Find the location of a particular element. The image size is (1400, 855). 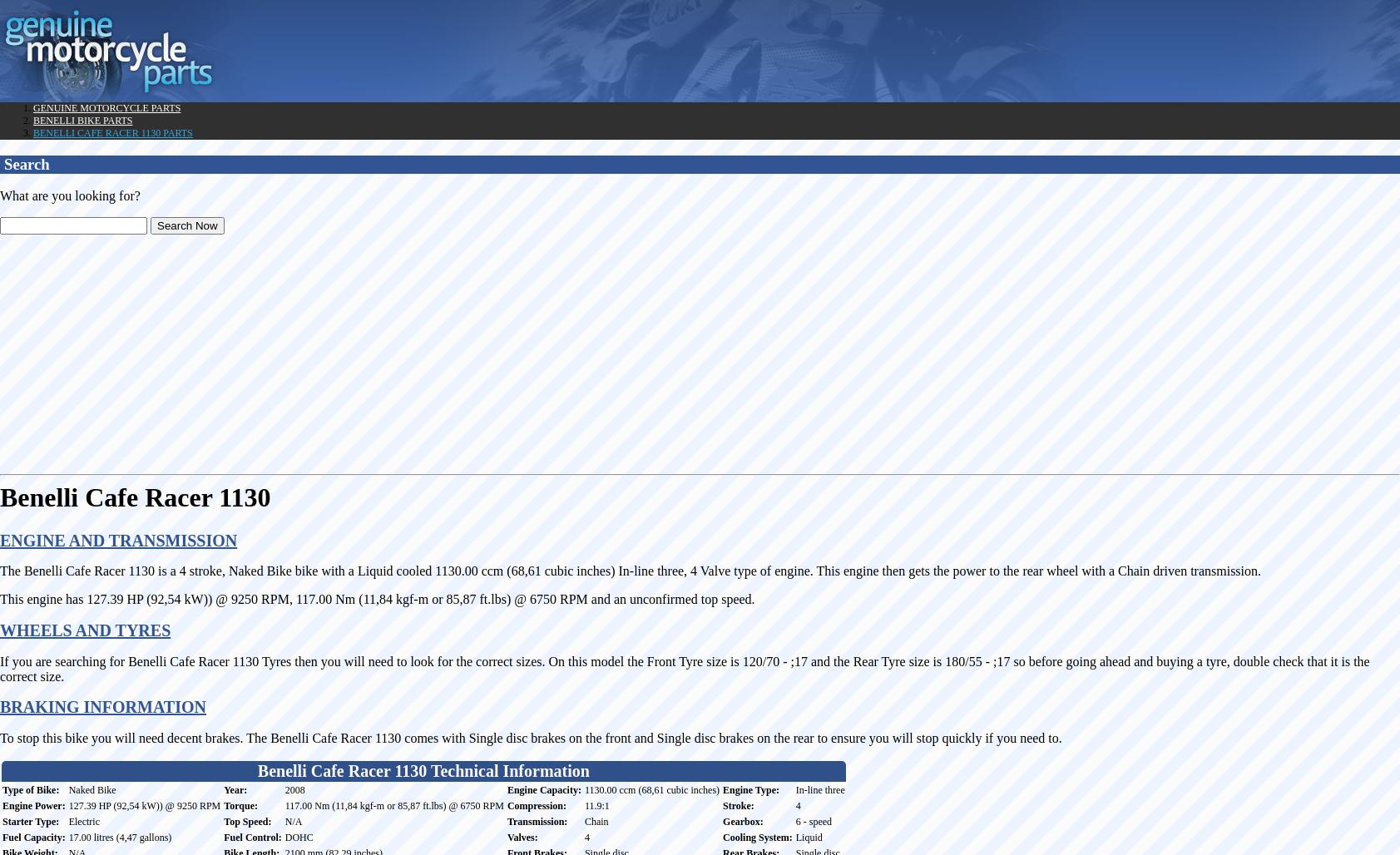

'Genuine Motorcycle Parts' is located at coordinates (106, 108).